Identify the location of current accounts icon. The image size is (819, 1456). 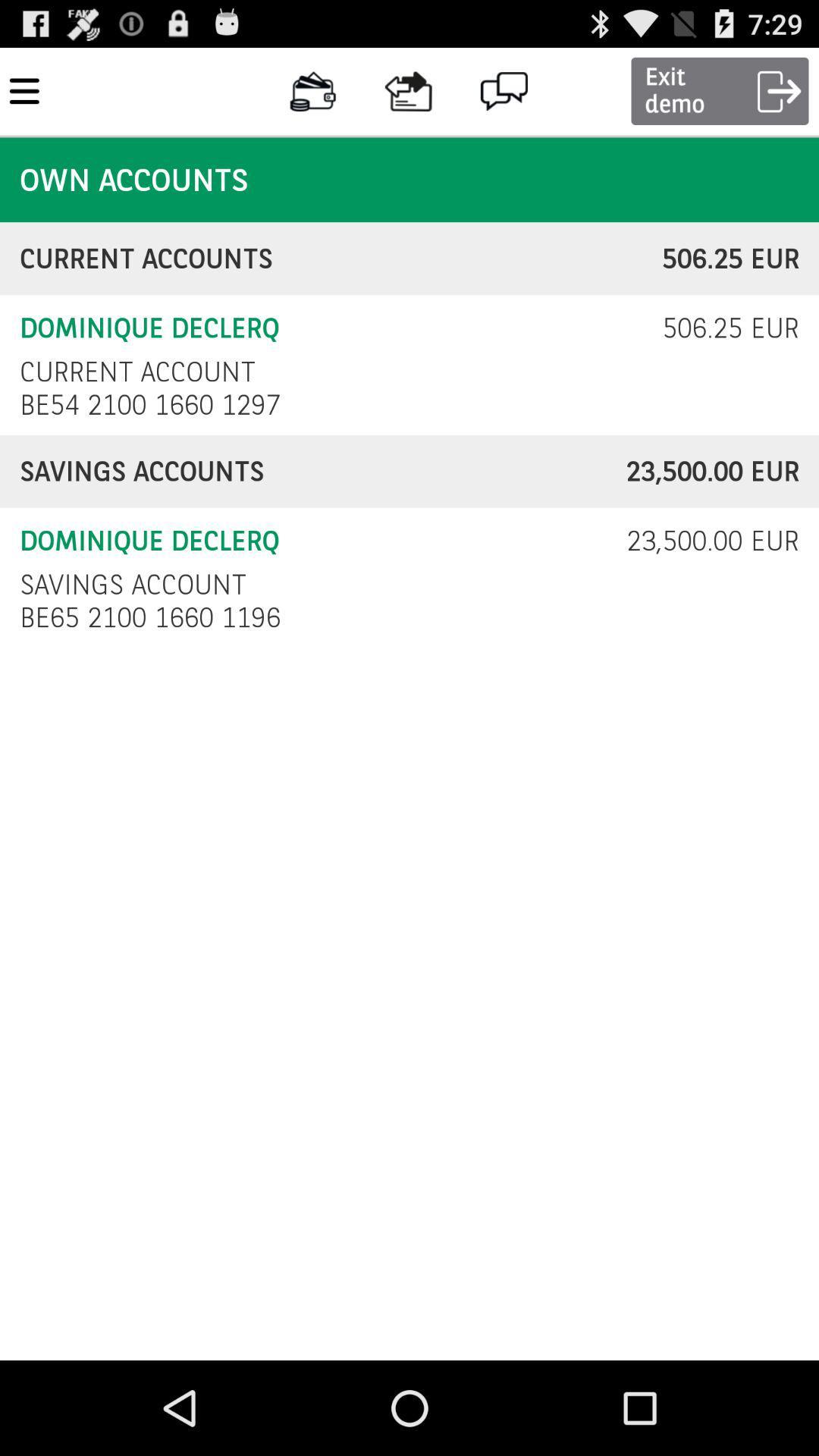
(341, 259).